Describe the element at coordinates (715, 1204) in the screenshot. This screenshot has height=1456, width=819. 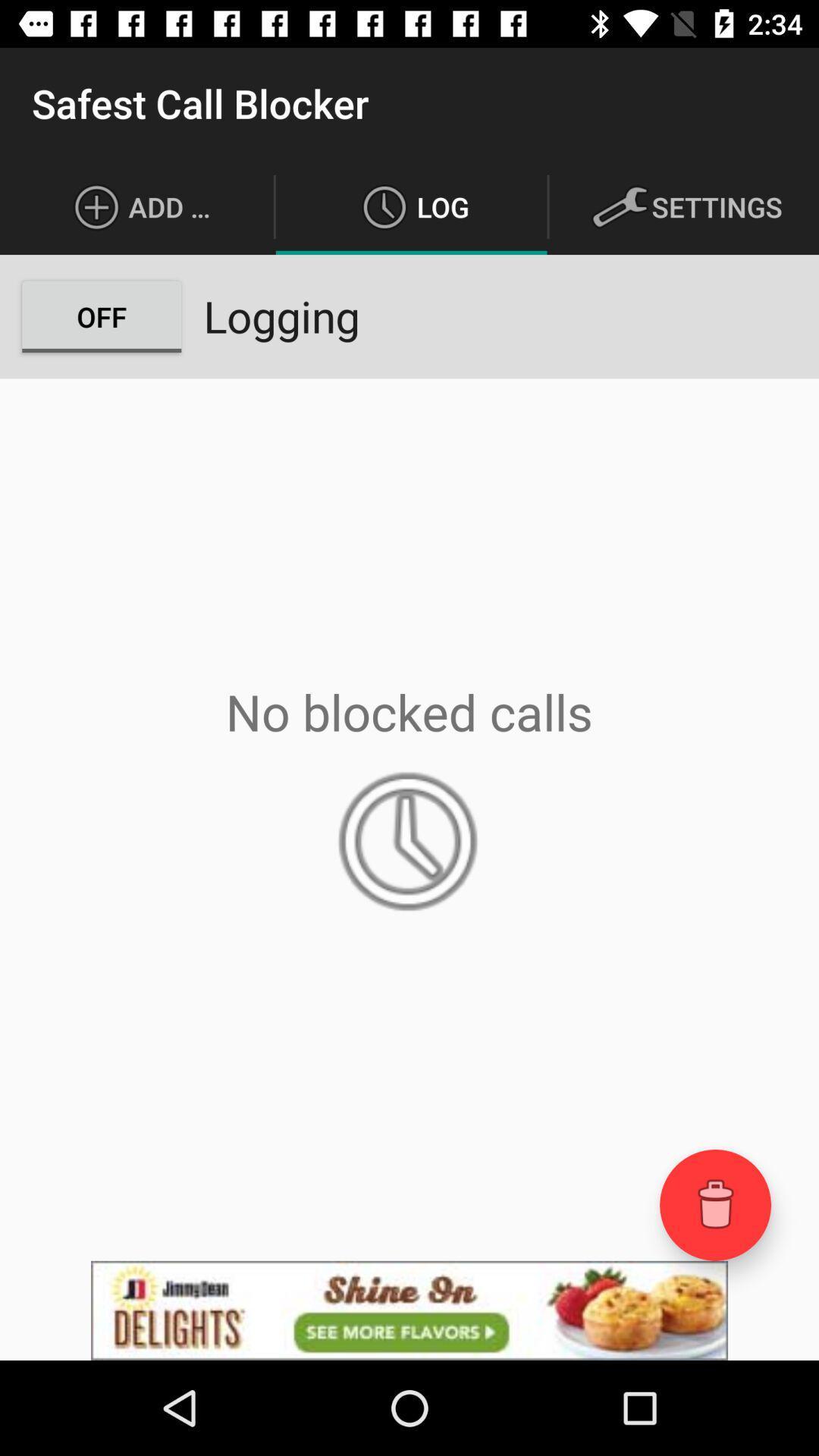
I see `open trash` at that location.